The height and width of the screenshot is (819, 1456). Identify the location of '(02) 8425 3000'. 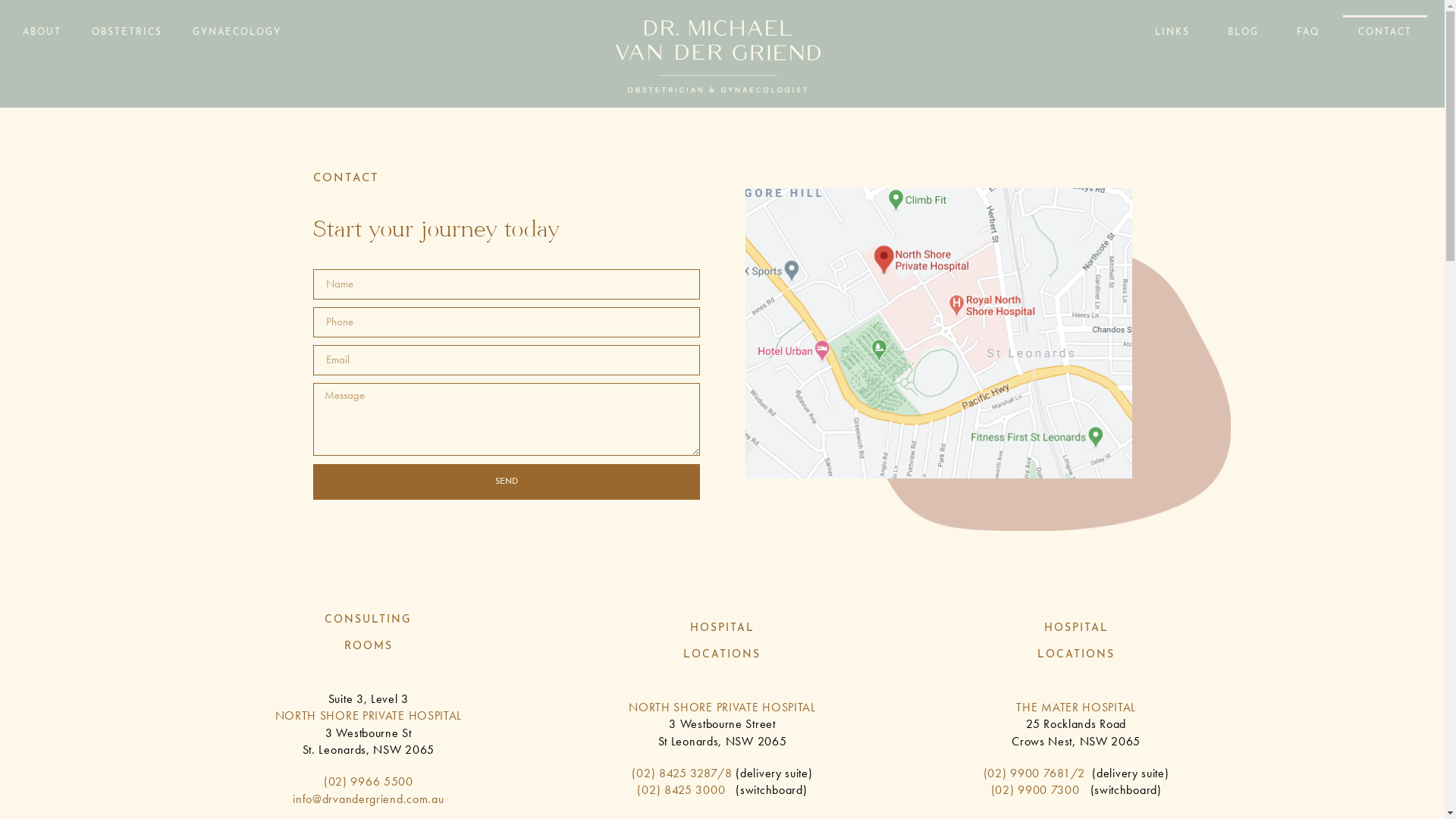
(679, 789).